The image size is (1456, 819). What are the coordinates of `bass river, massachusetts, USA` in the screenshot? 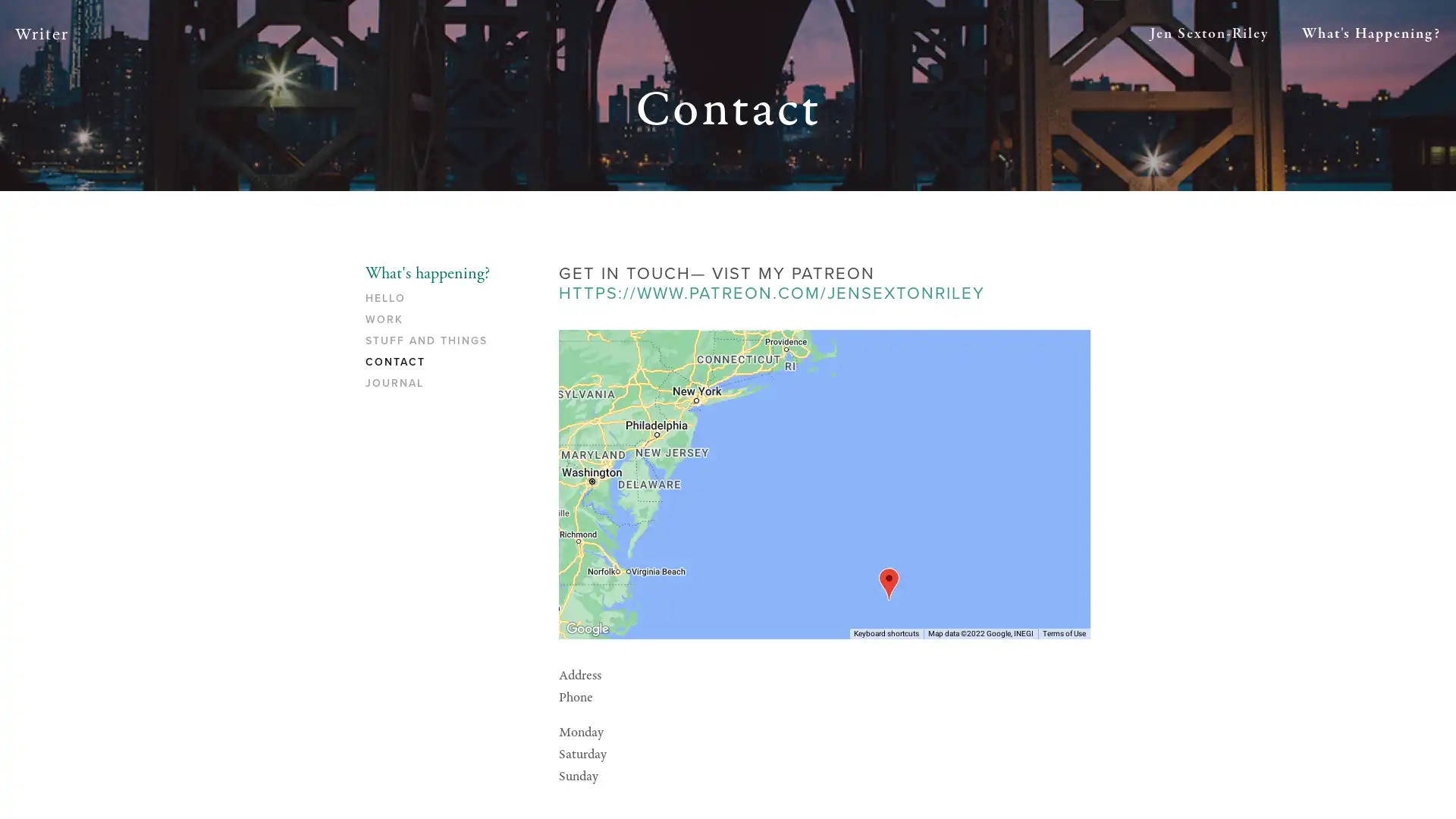 It's located at (888, 582).